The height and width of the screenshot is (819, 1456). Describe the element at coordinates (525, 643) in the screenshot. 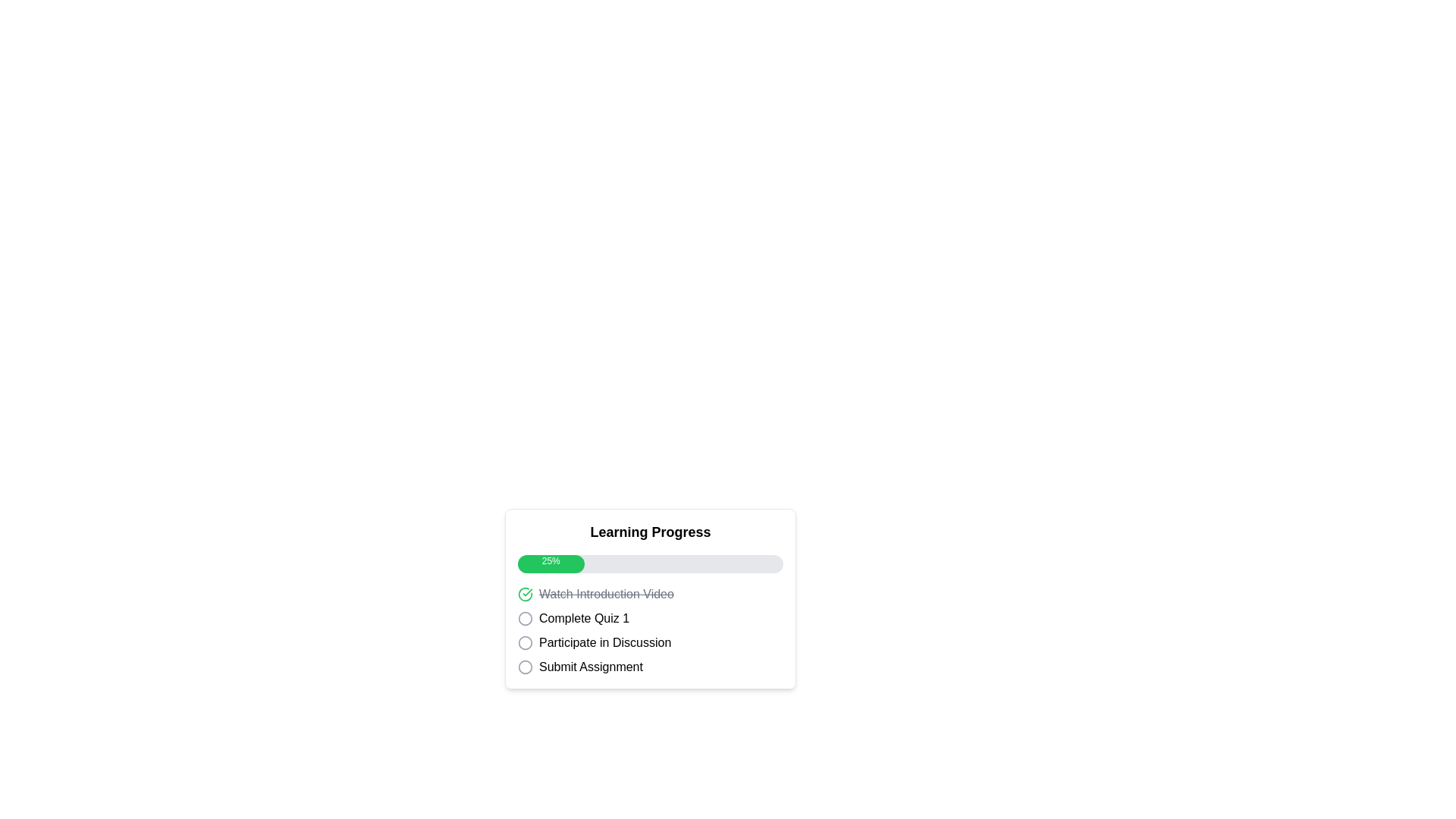

I see `the status icon indicating that the task is not yet complete, located to the left of the 'Participate in Discussion' text in the third task item` at that location.